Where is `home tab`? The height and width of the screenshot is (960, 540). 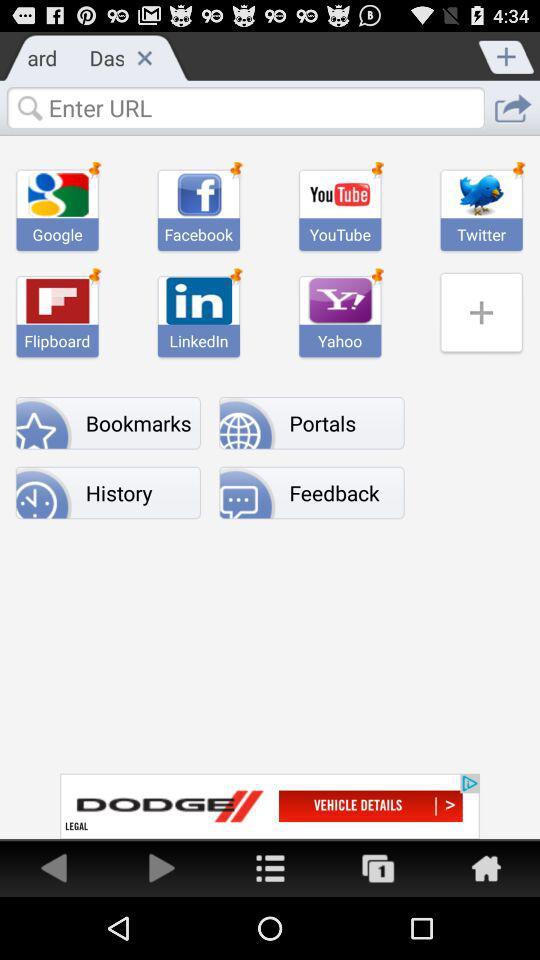 home tab is located at coordinates (270, 866).